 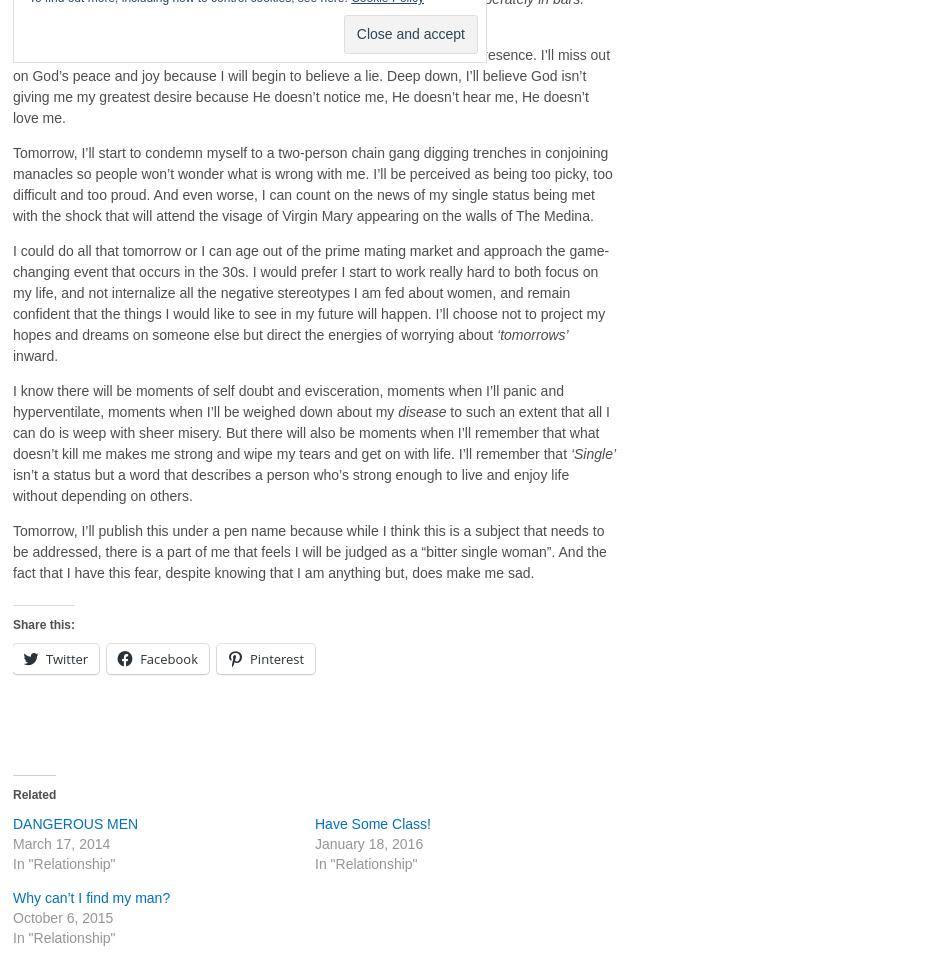 I want to click on 'disease', so click(x=421, y=410).